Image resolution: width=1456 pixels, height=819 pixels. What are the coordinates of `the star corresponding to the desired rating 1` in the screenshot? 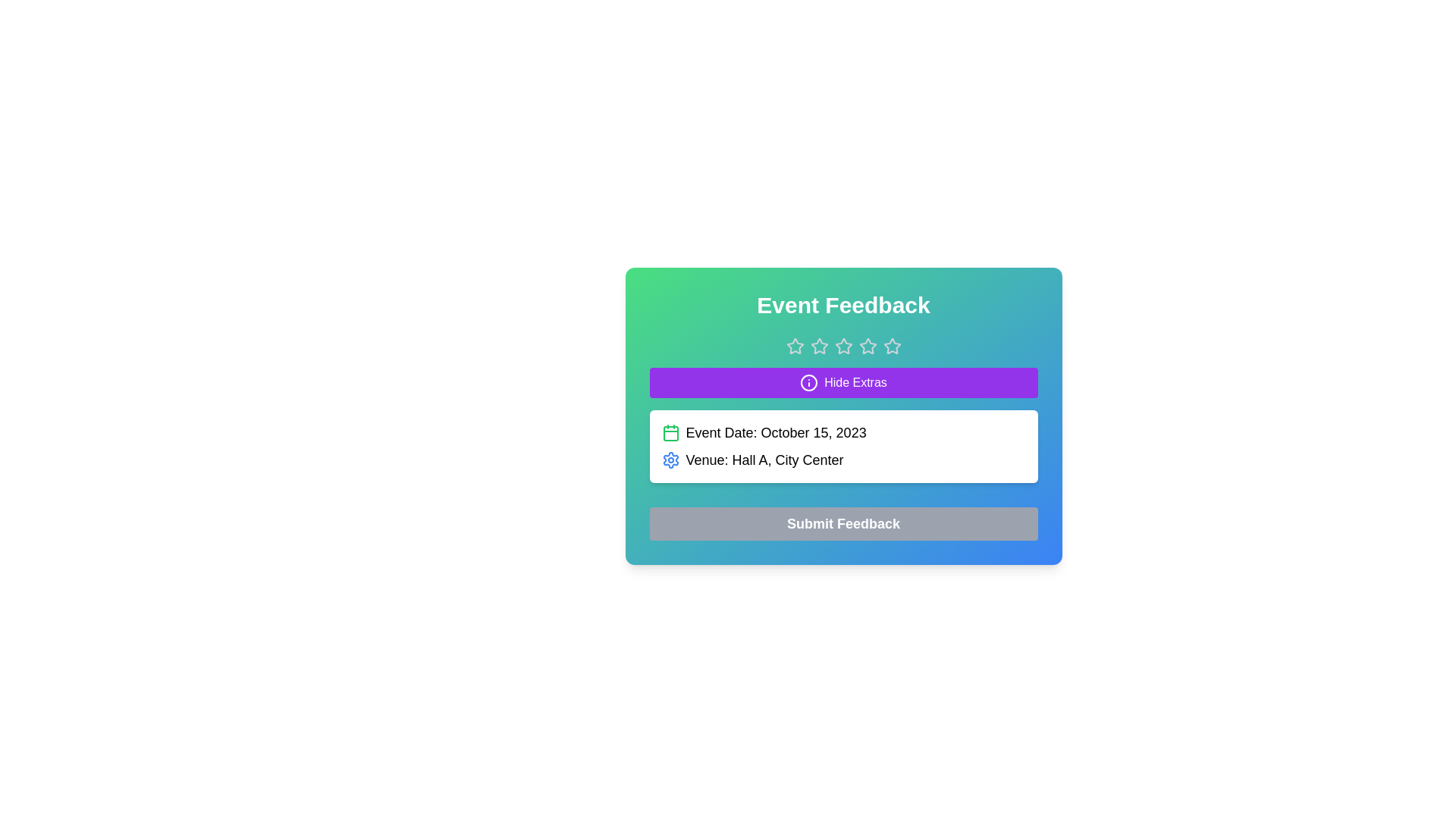 It's located at (794, 346).